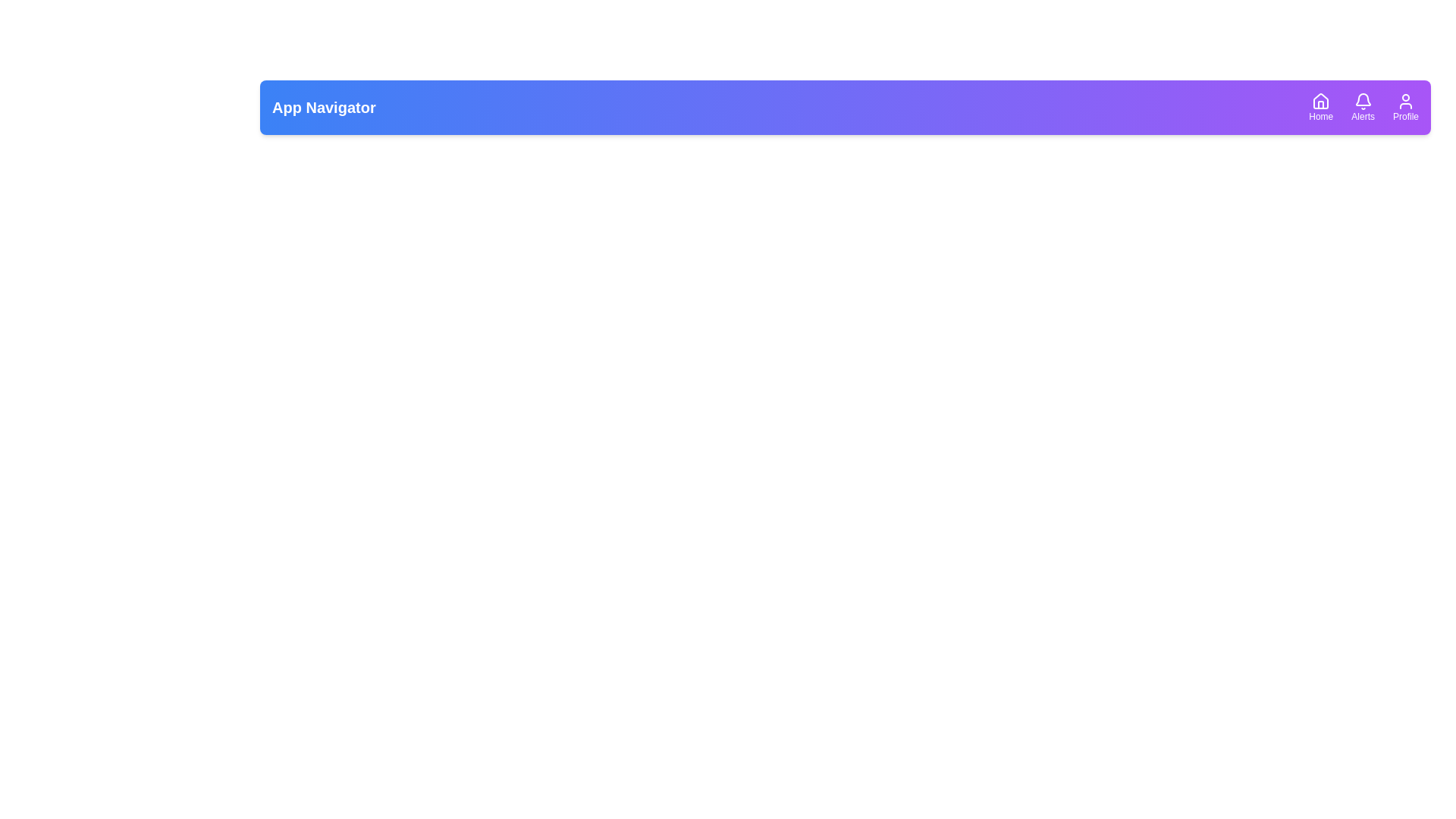 The image size is (1456, 819). Describe the element at coordinates (1320, 116) in the screenshot. I see `text label that serves as a description for the home navigation icon, located on the far-right side of the page below the house icon` at that location.